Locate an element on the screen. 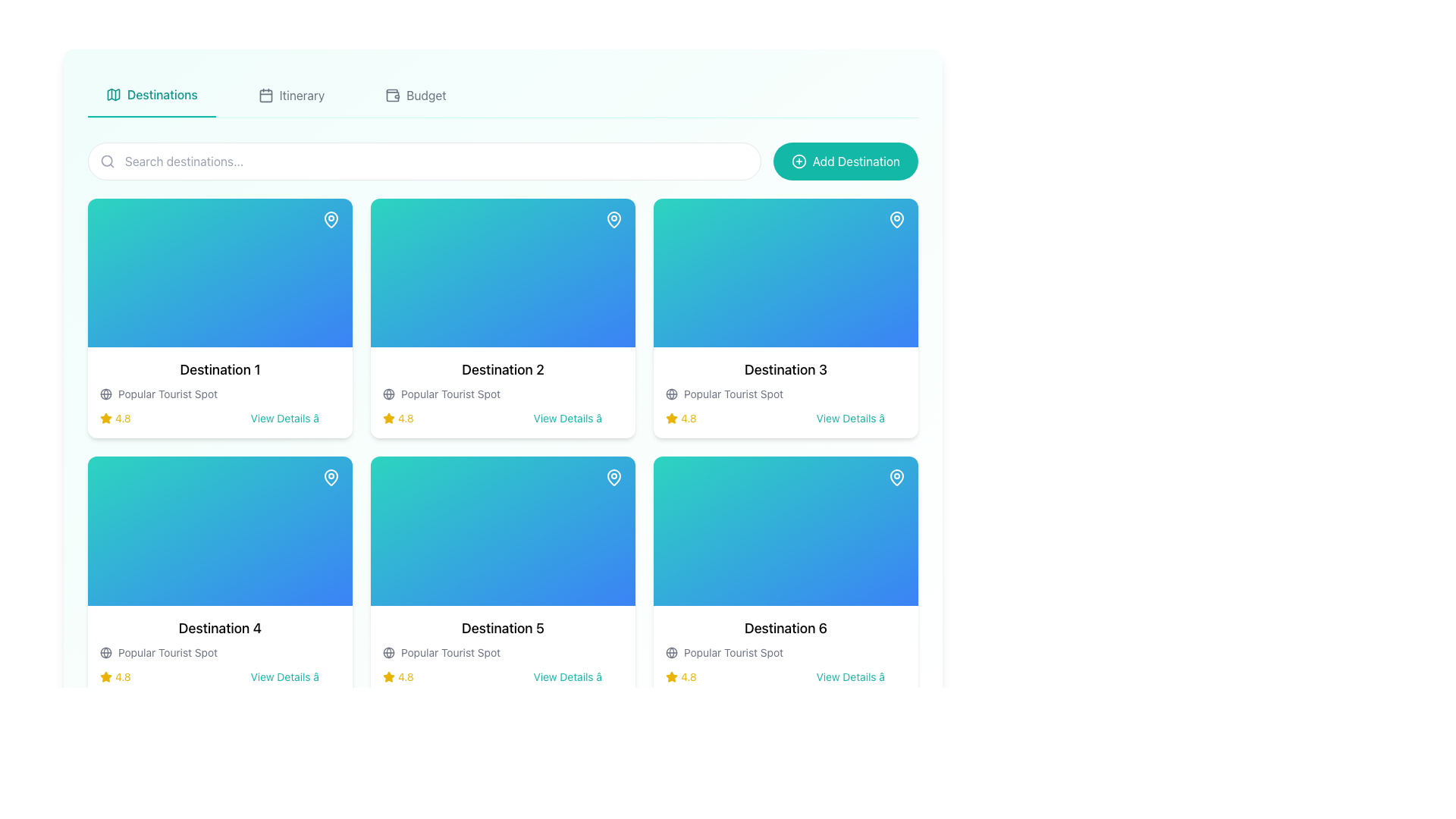 This screenshot has width=1456, height=819. the text label that categorizes the destination within the card labeled 'Destination 1', positioned at the bottom section and aligned with the icon and rating text is located at coordinates (168, 394).